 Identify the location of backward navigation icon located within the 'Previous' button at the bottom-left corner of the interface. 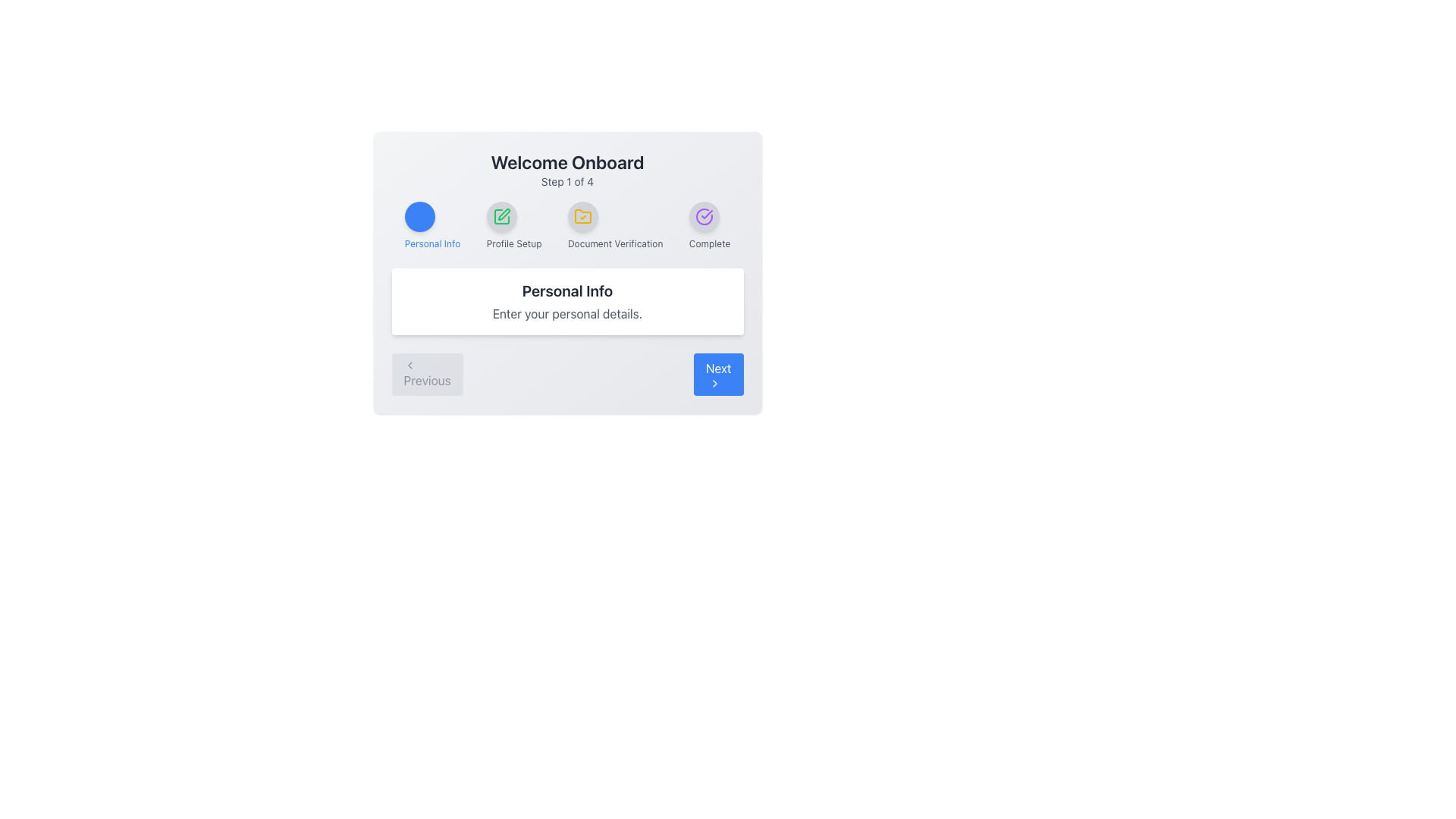
(409, 366).